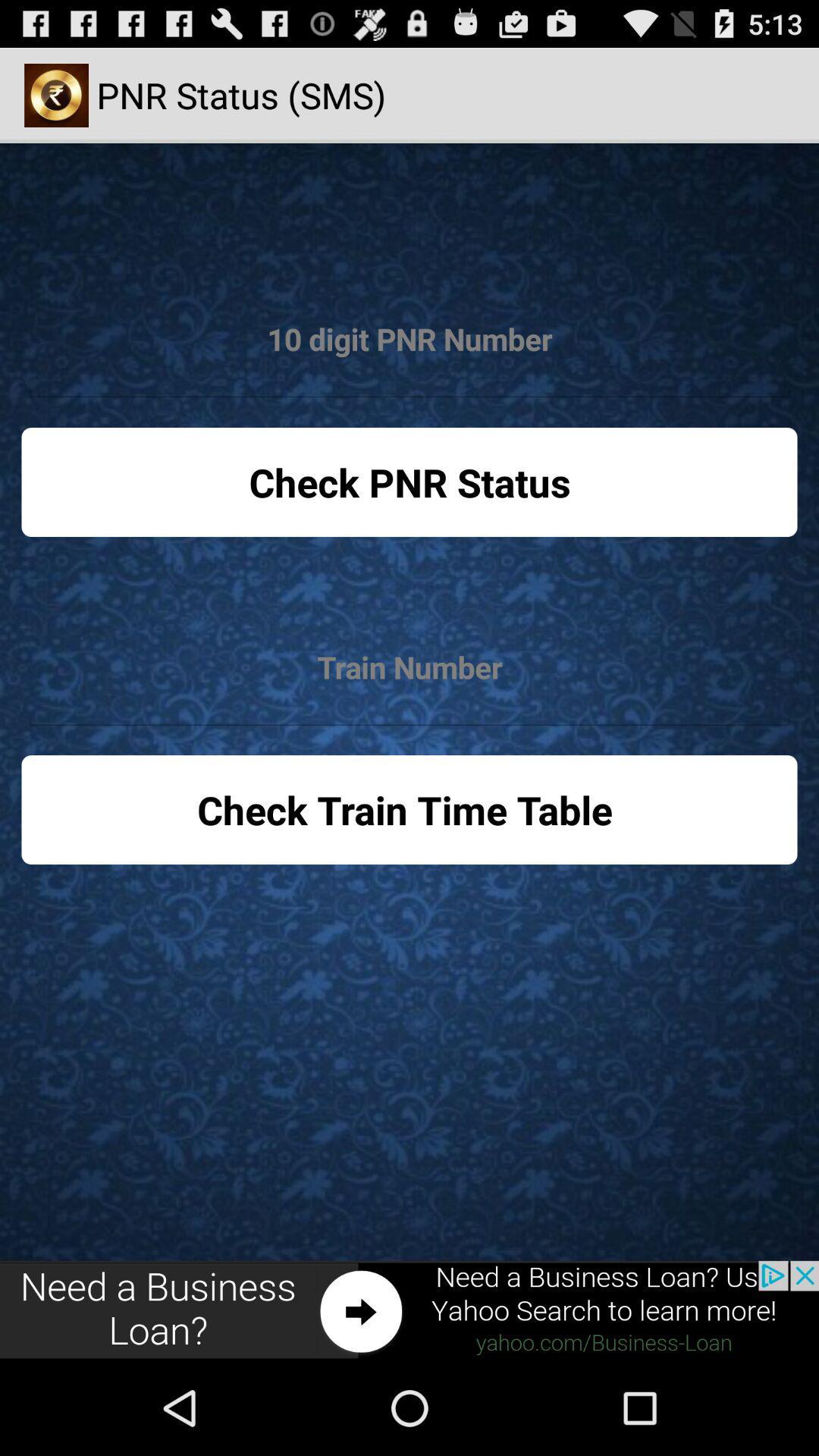 The height and width of the screenshot is (1456, 819). I want to click on find train number, so click(409, 667).